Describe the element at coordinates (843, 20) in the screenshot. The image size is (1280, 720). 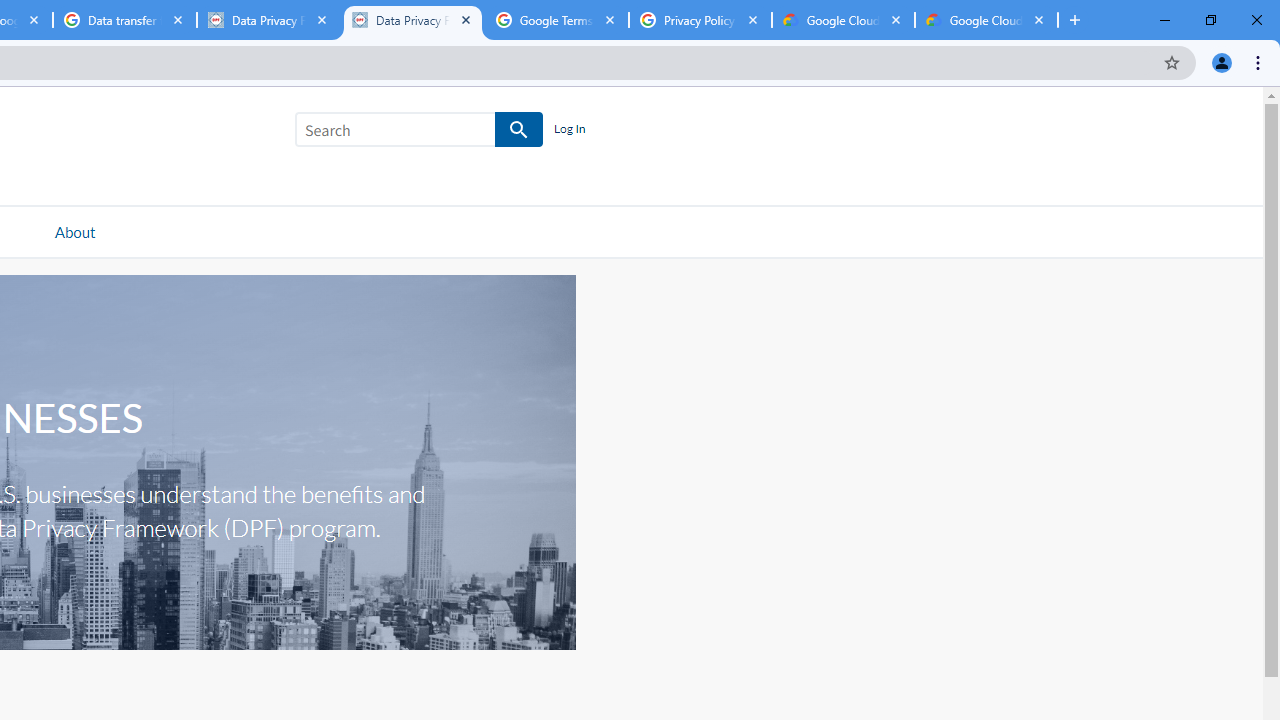
I see `'Google Cloud Privacy Notice'` at that location.